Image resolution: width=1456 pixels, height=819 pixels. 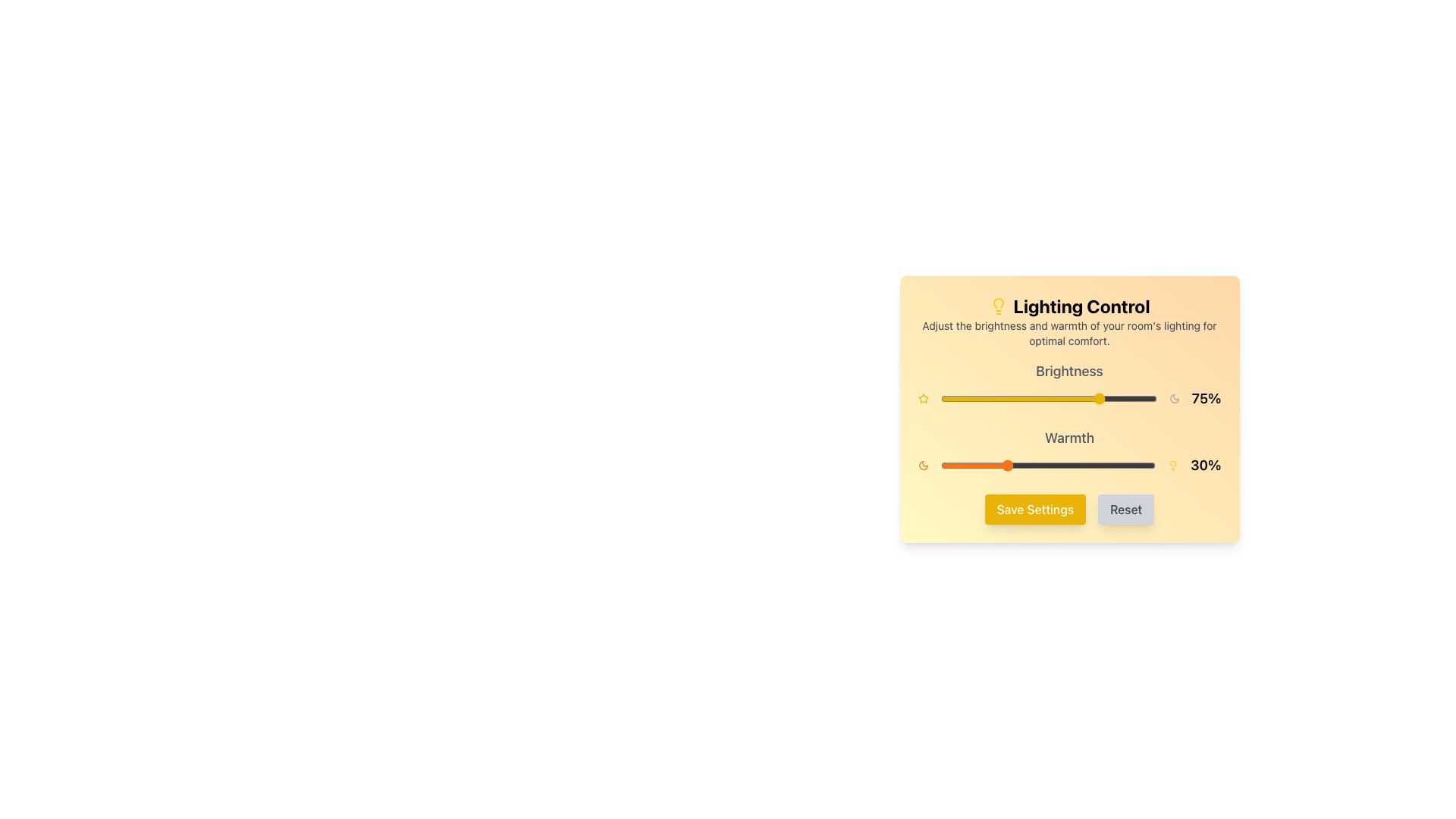 What do you see at coordinates (1028, 464) in the screenshot?
I see `warmth` at bounding box center [1028, 464].